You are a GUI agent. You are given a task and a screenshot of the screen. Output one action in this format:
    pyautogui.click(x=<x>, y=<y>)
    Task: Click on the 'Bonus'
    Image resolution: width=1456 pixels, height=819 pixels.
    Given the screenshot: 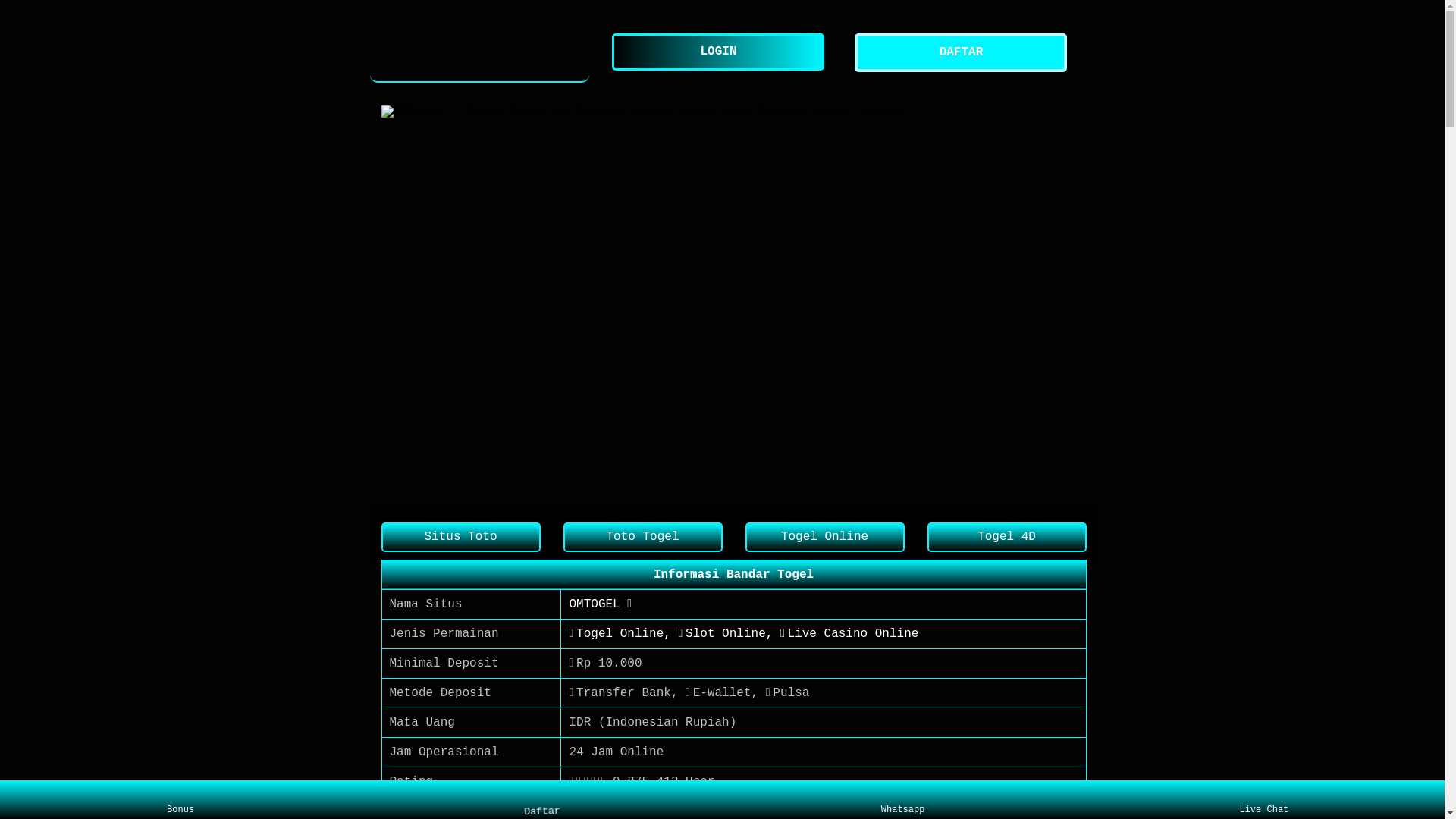 What is the action you would take?
    pyautogui.click(x=180, y=799)
    